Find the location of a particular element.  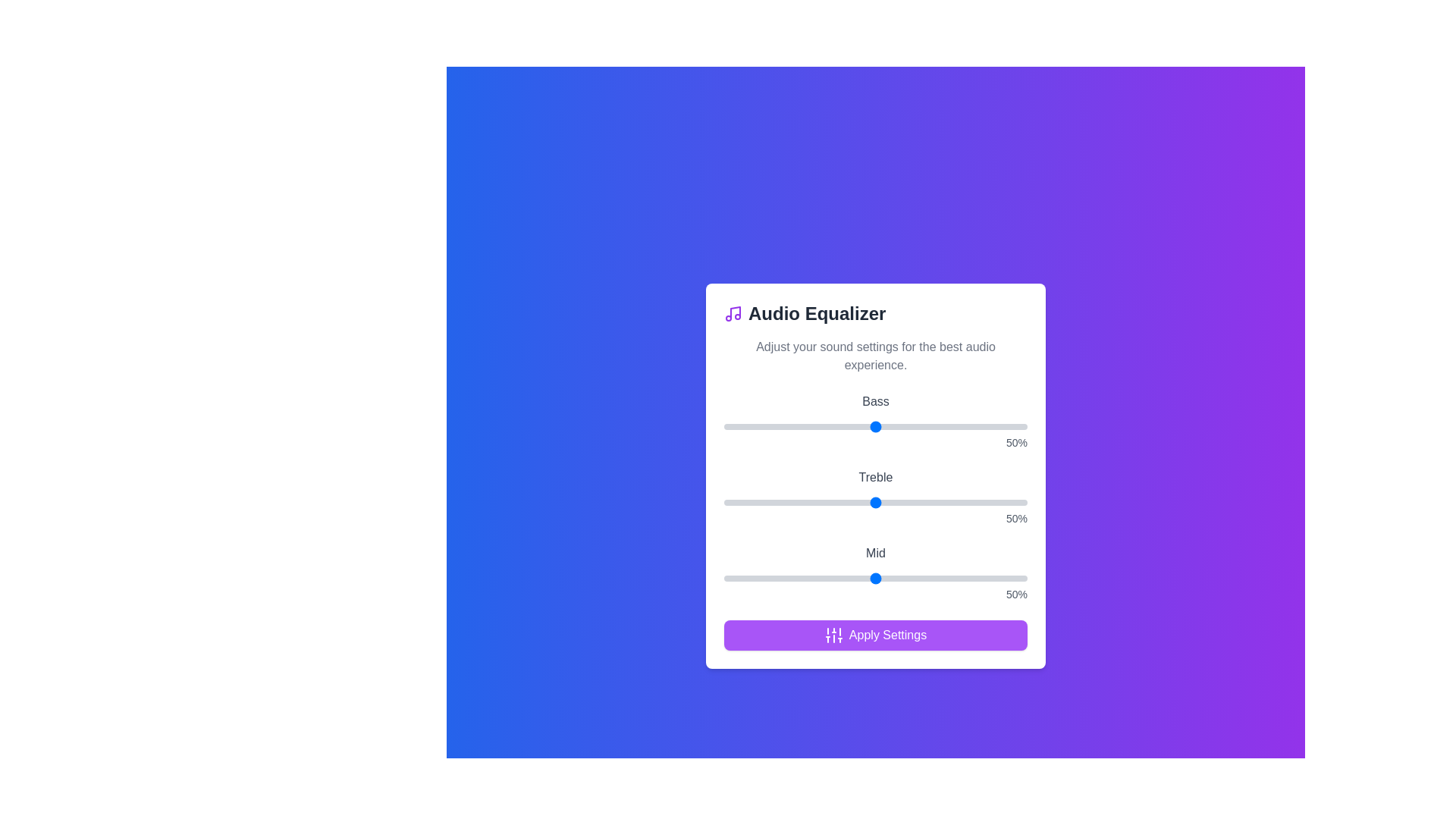

the treble slider to 8% is located at coordinates (748, 503).